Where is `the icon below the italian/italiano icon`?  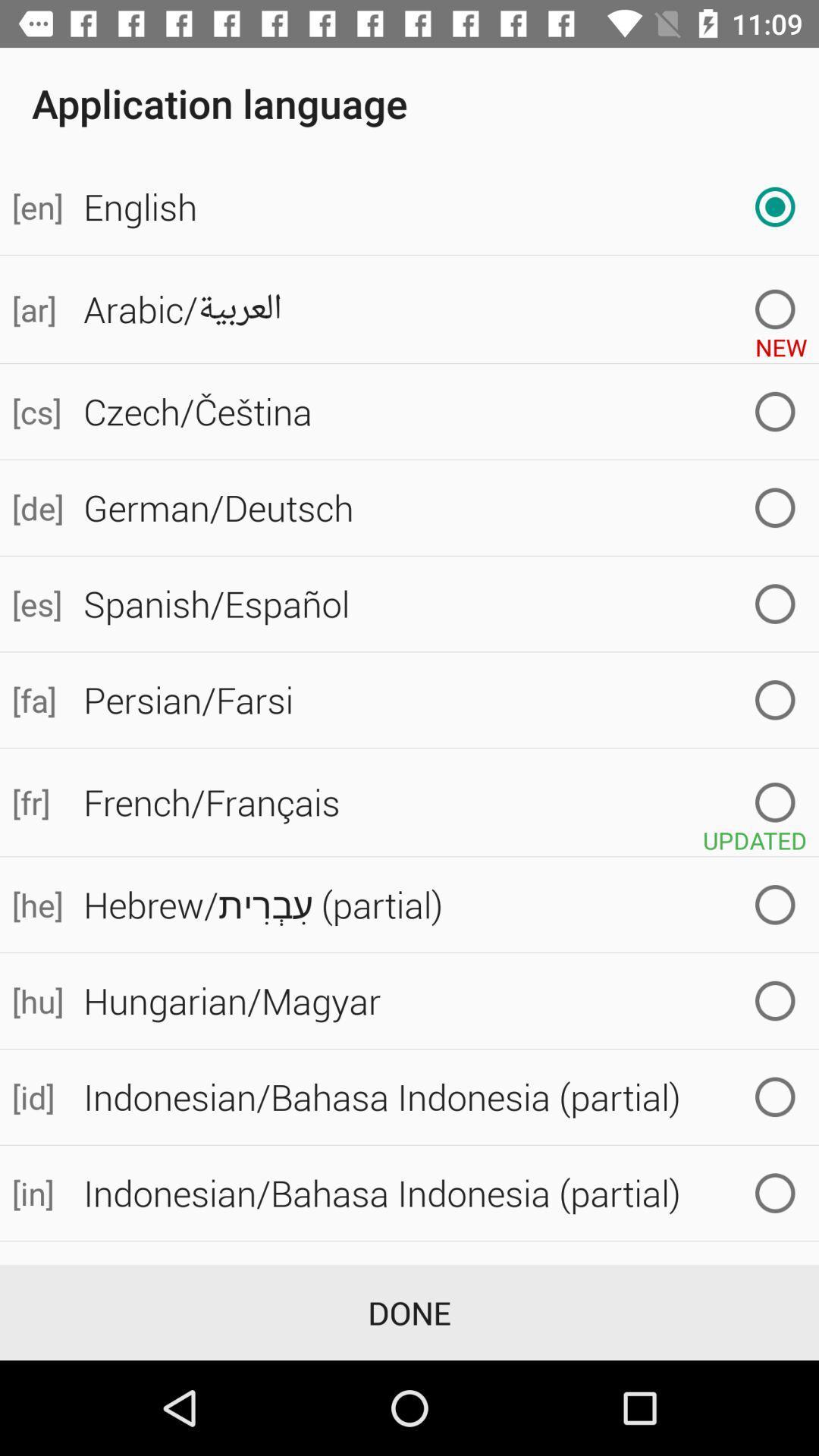 the icon below the italian/italiano icon is located at coordinates (409, 1312).